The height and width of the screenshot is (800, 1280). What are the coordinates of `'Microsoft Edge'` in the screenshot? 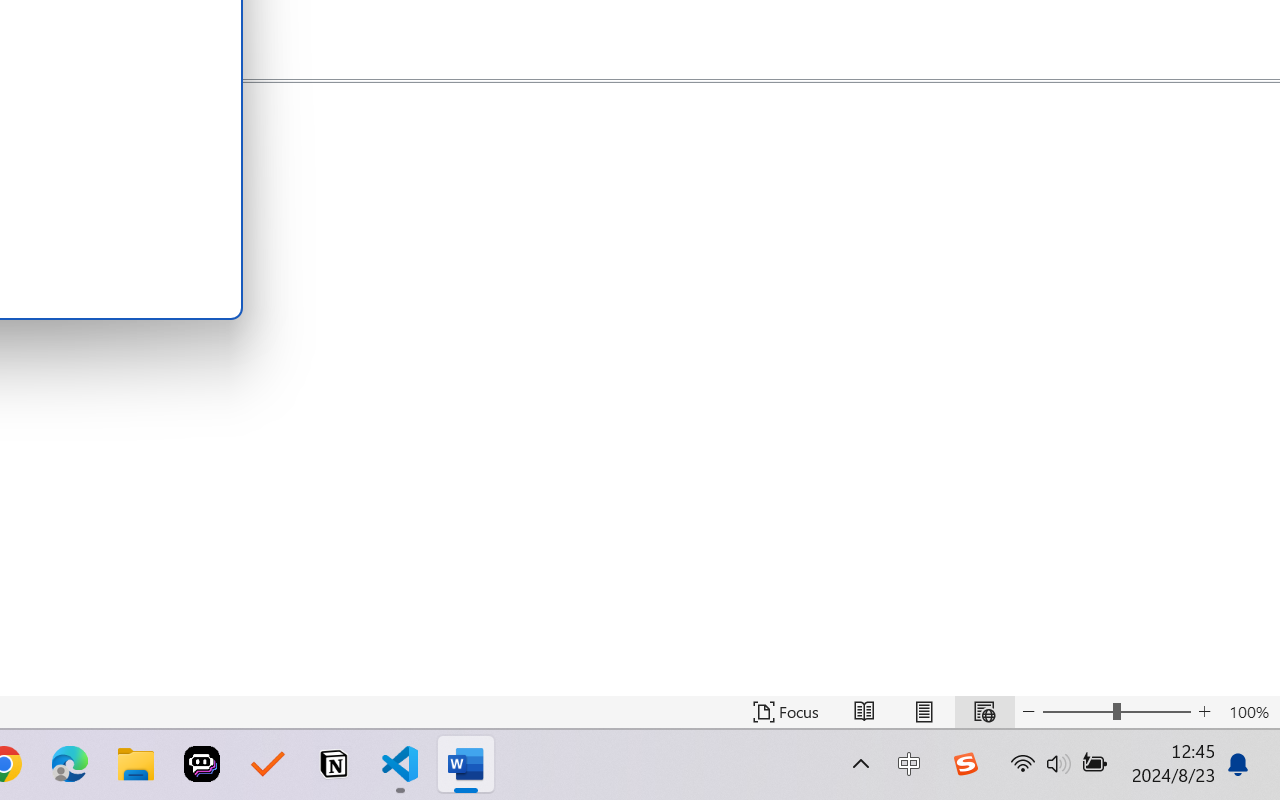 It's located at (69, 764).